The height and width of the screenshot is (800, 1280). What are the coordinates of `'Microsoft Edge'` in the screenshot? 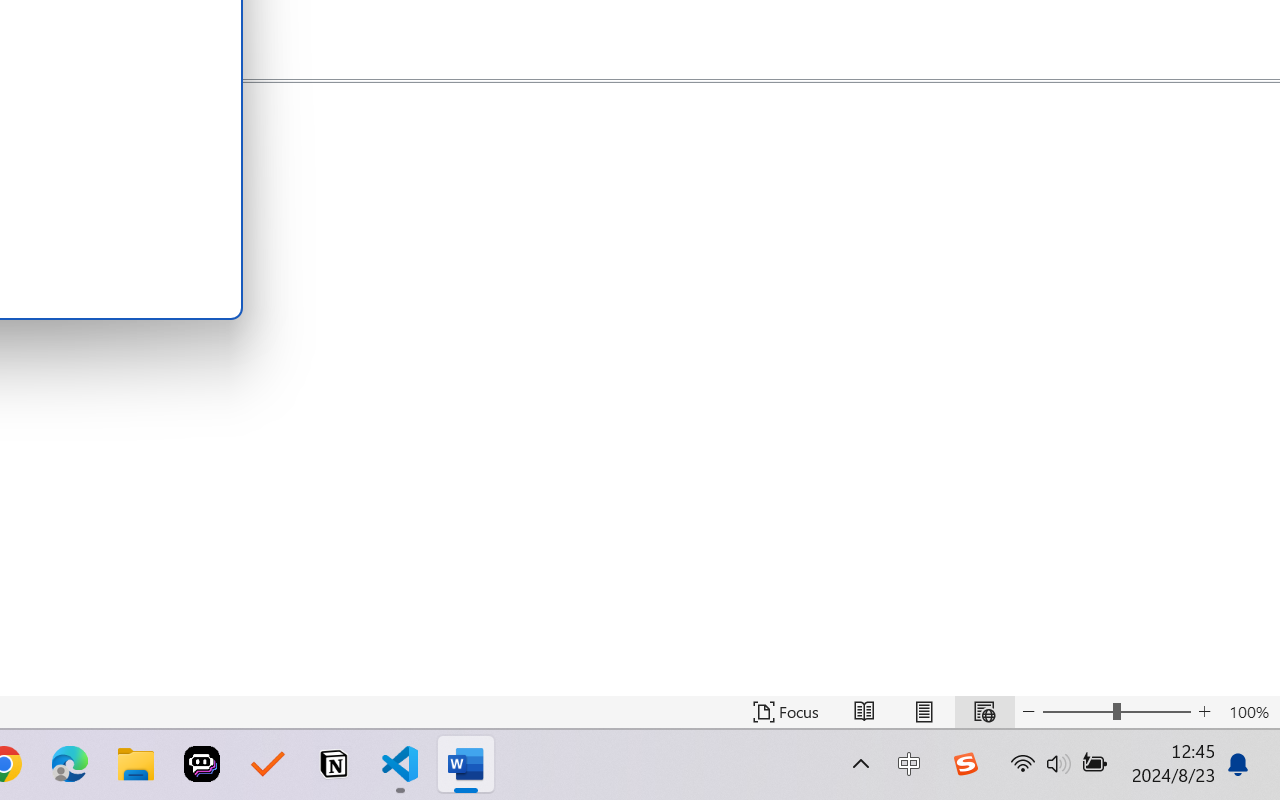 It's located at (69, 764).